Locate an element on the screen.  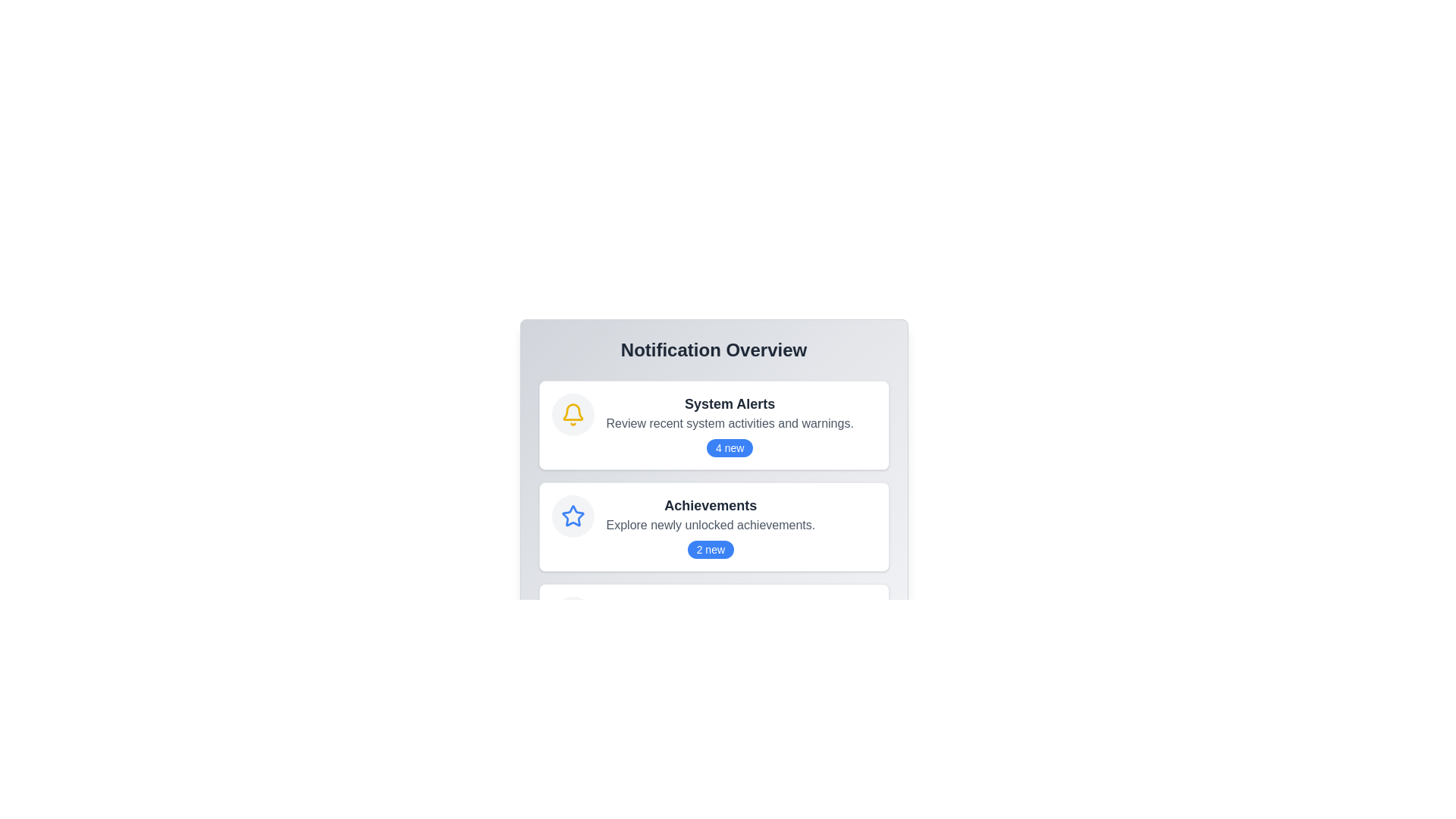
information displayed on the 'System Alerts' card, which is the first card in the stack, featuring a yellow bell icon, a bold heading, a subtitle, and a blue badge indicating '4 new' is located at coordinates (713, 425).